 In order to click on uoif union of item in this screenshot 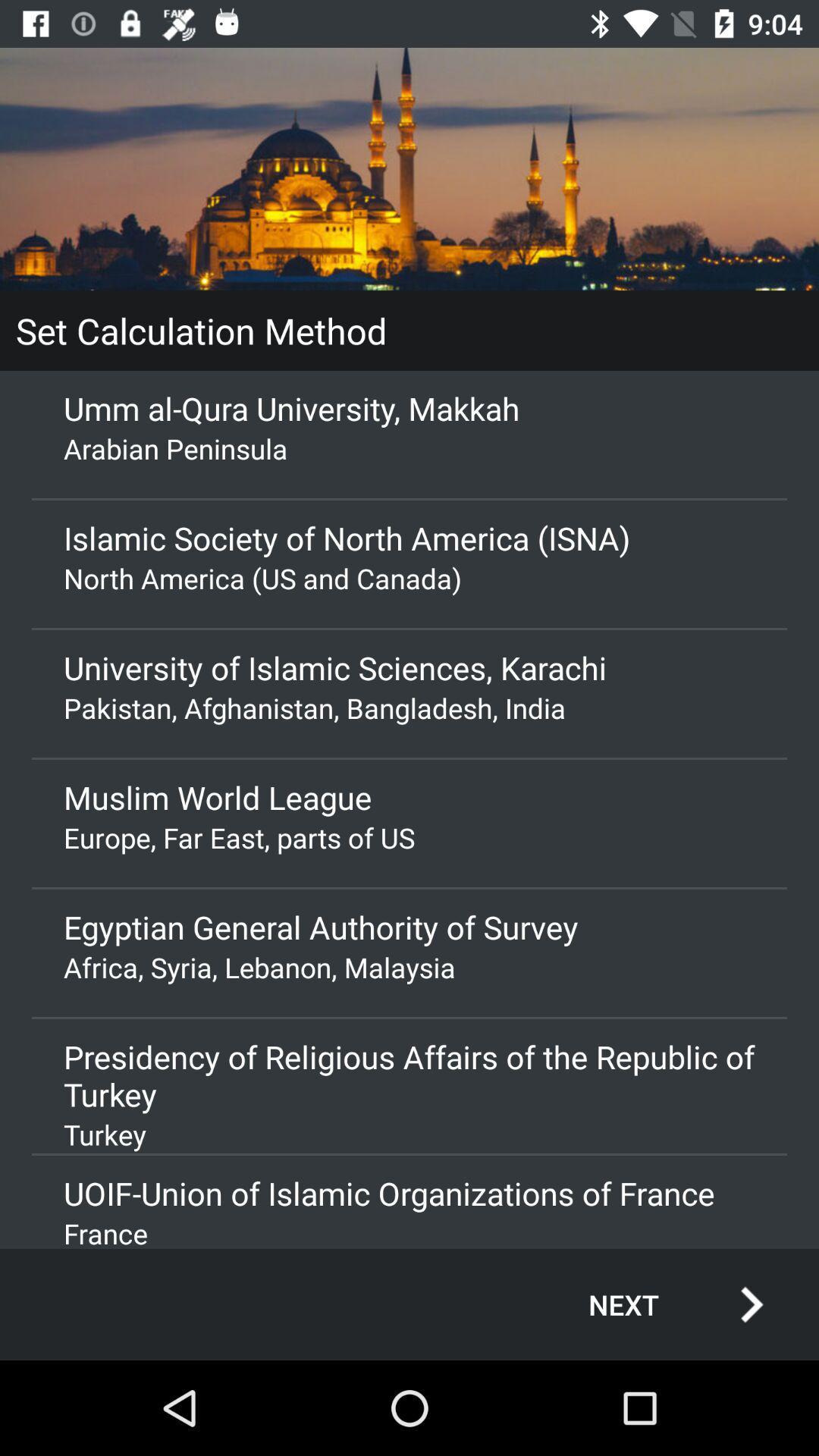, I will do `click(409, 1192)`.